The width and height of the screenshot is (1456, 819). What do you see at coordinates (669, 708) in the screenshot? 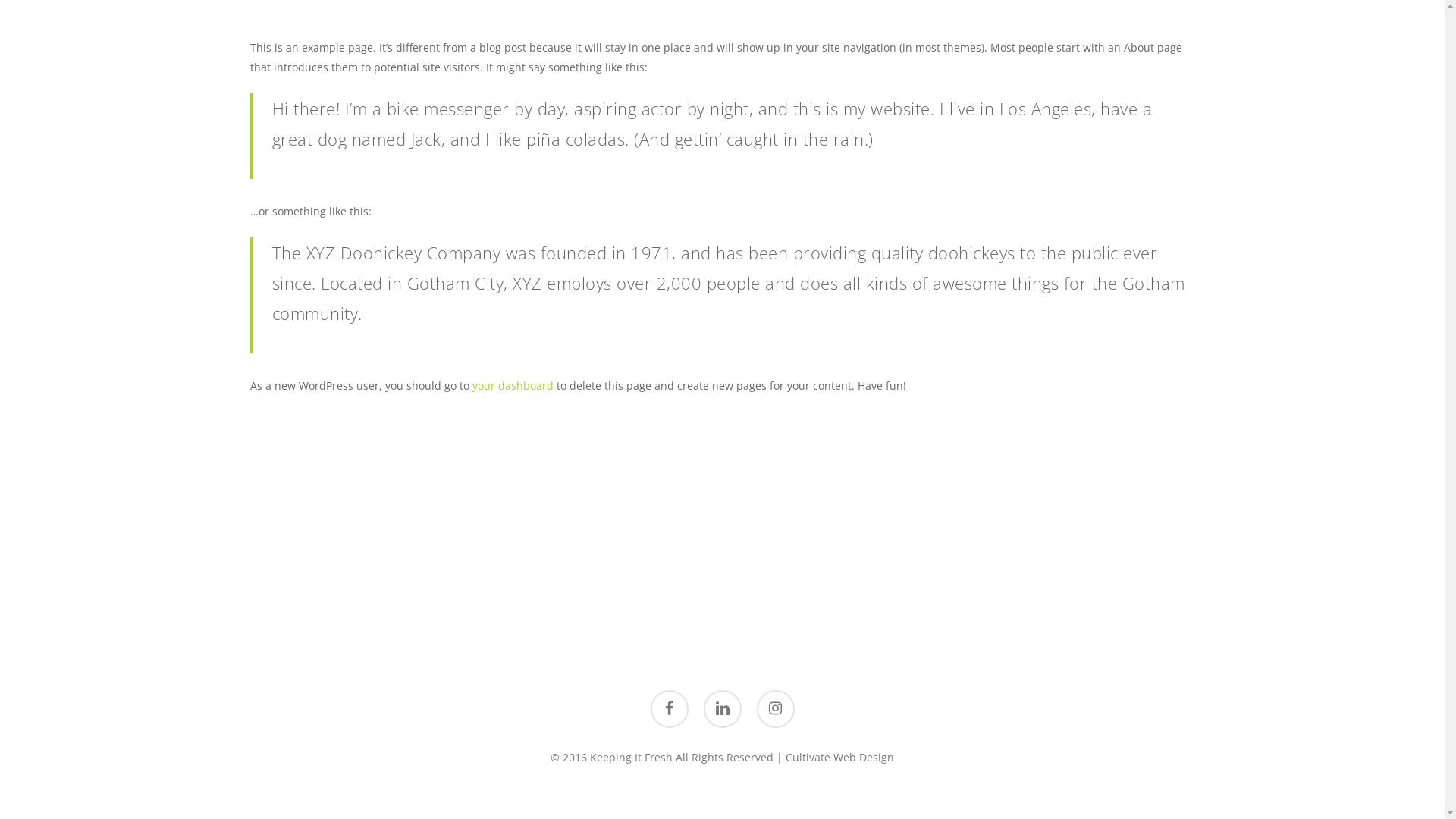
I see `'facebook'` at bounding box center [669, 708].